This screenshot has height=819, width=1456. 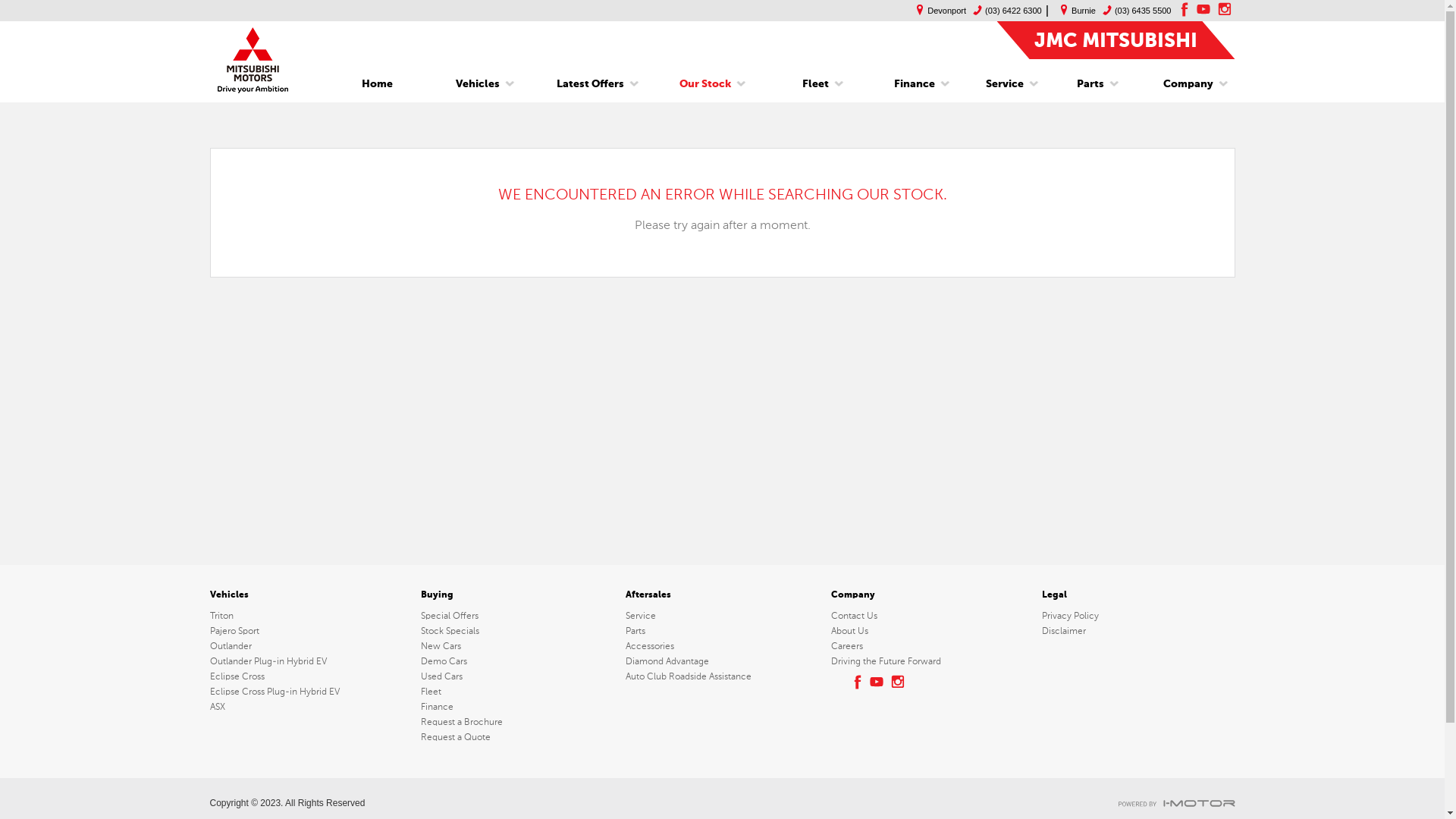 What do you see at coordinates (516, 721) in the screenshot?
I see `'Request a Brochure'` at bounding box center [516, 721].